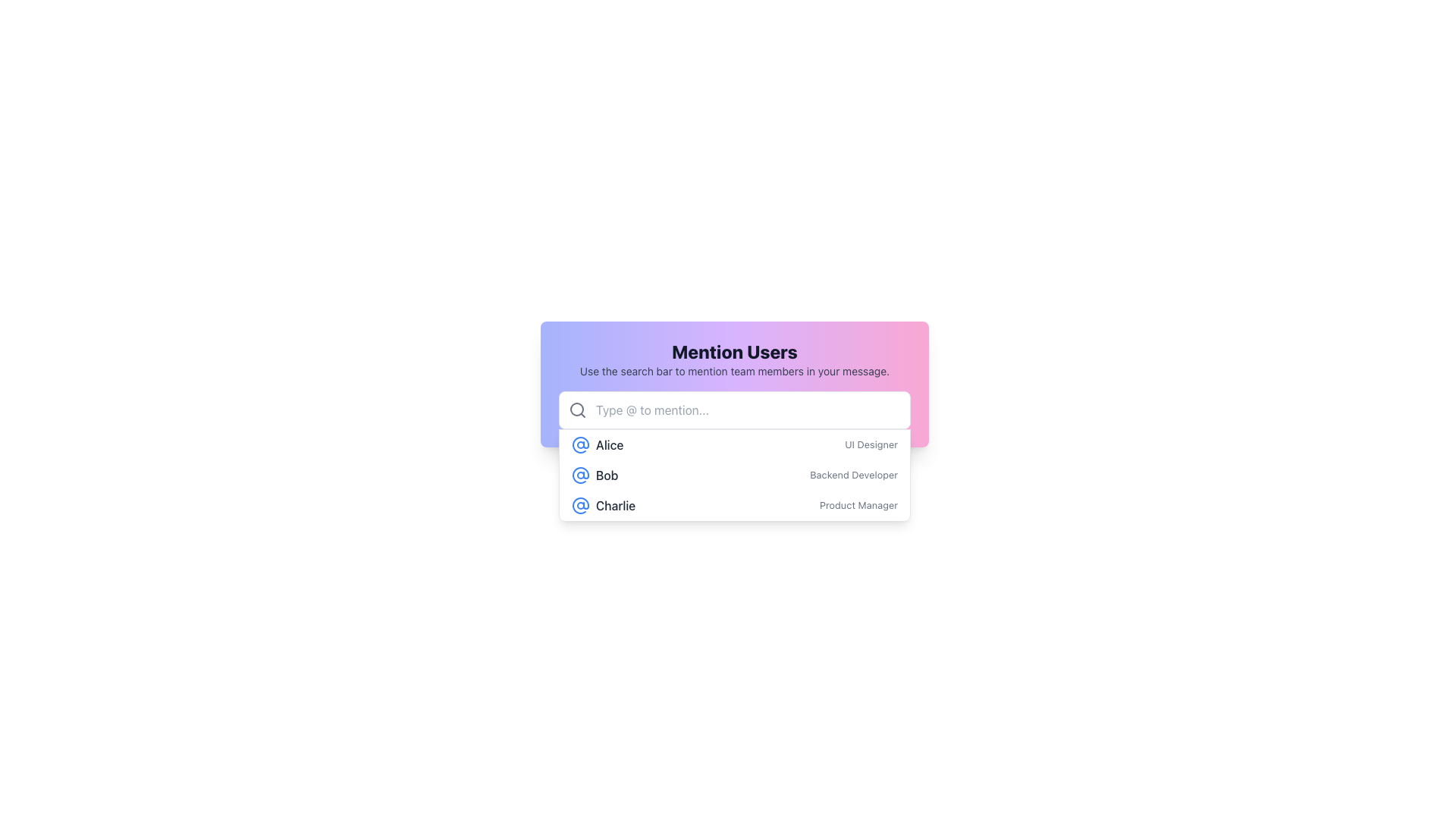 This screenshot has width=1456, height=819. Describe the element at coordinates (597, 444) in the screenshot. I see `the text label displaying 'Alice', which is styled with a medium-weight font and gray color, positioned in the dropdown beneath the search bar alongside the '@' icon` at that location.